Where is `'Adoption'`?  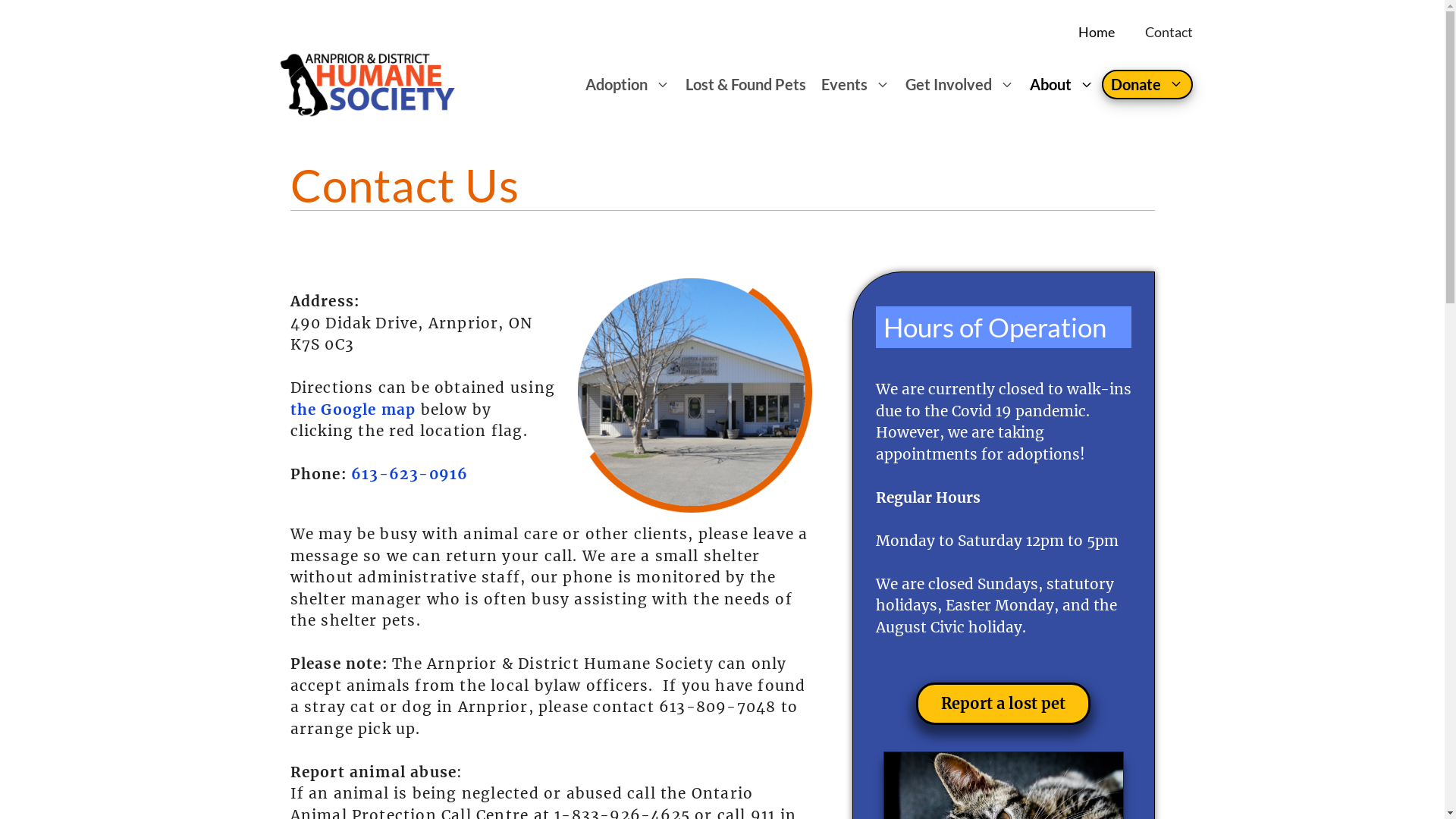
'Adoption' is located at coordinates (628, 84).